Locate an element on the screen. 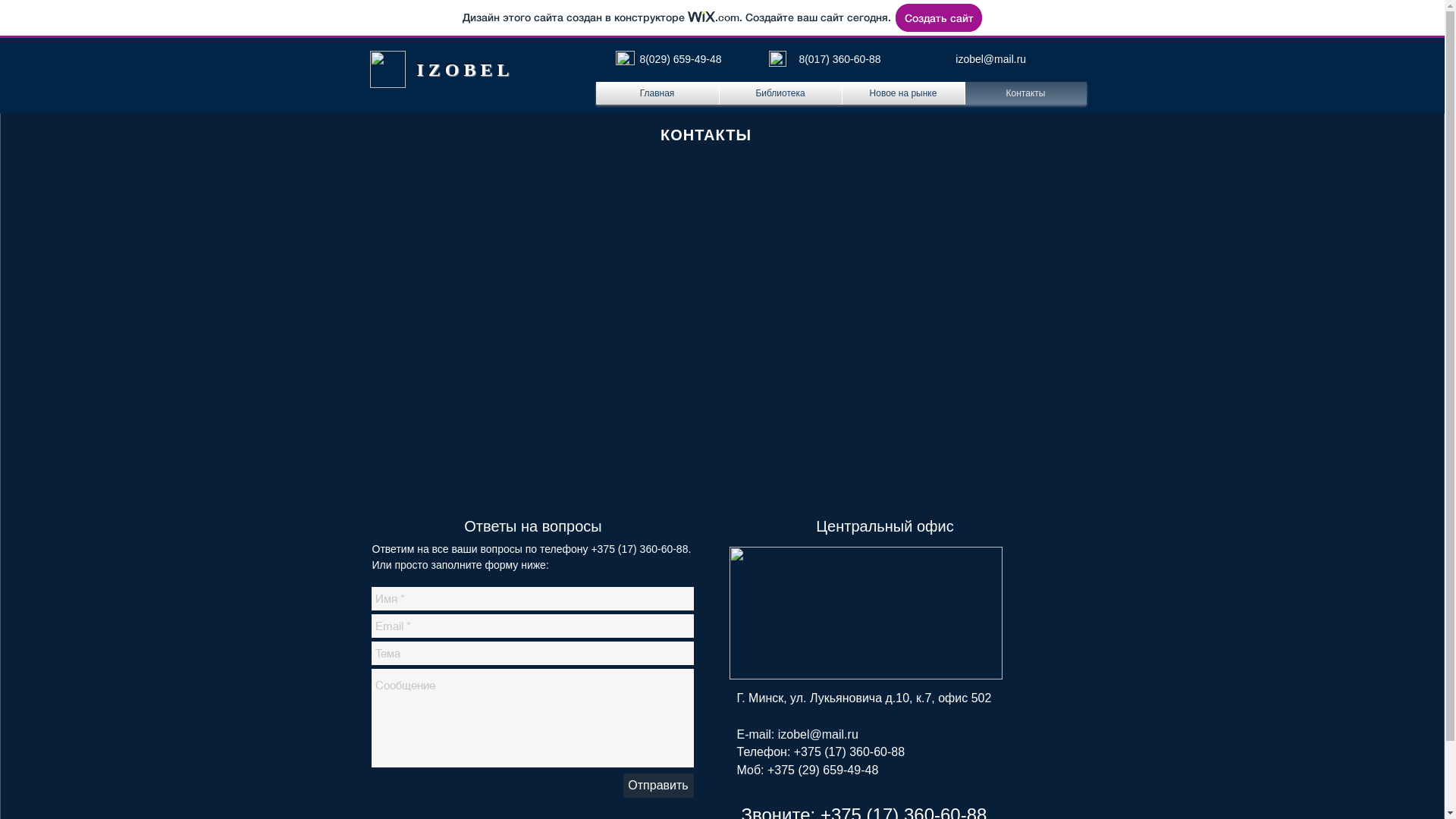 The width and height of the screenshot is (1456, 819). 'izobel@mail.ru' is located at coordinates (817, 733).